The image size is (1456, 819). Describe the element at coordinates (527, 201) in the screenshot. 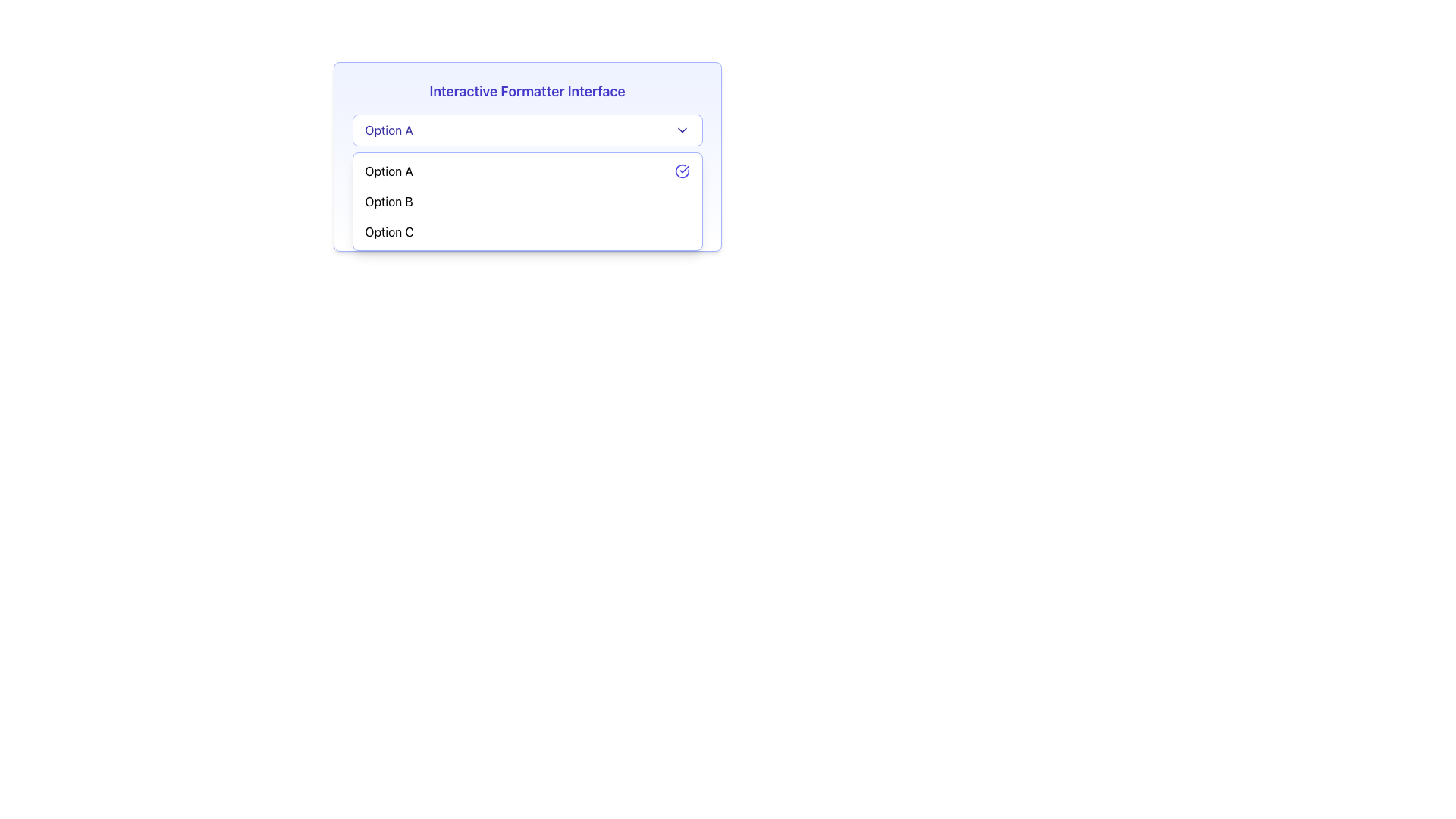

I see `the dropdown menu item labeled 'Option B'` at that location.